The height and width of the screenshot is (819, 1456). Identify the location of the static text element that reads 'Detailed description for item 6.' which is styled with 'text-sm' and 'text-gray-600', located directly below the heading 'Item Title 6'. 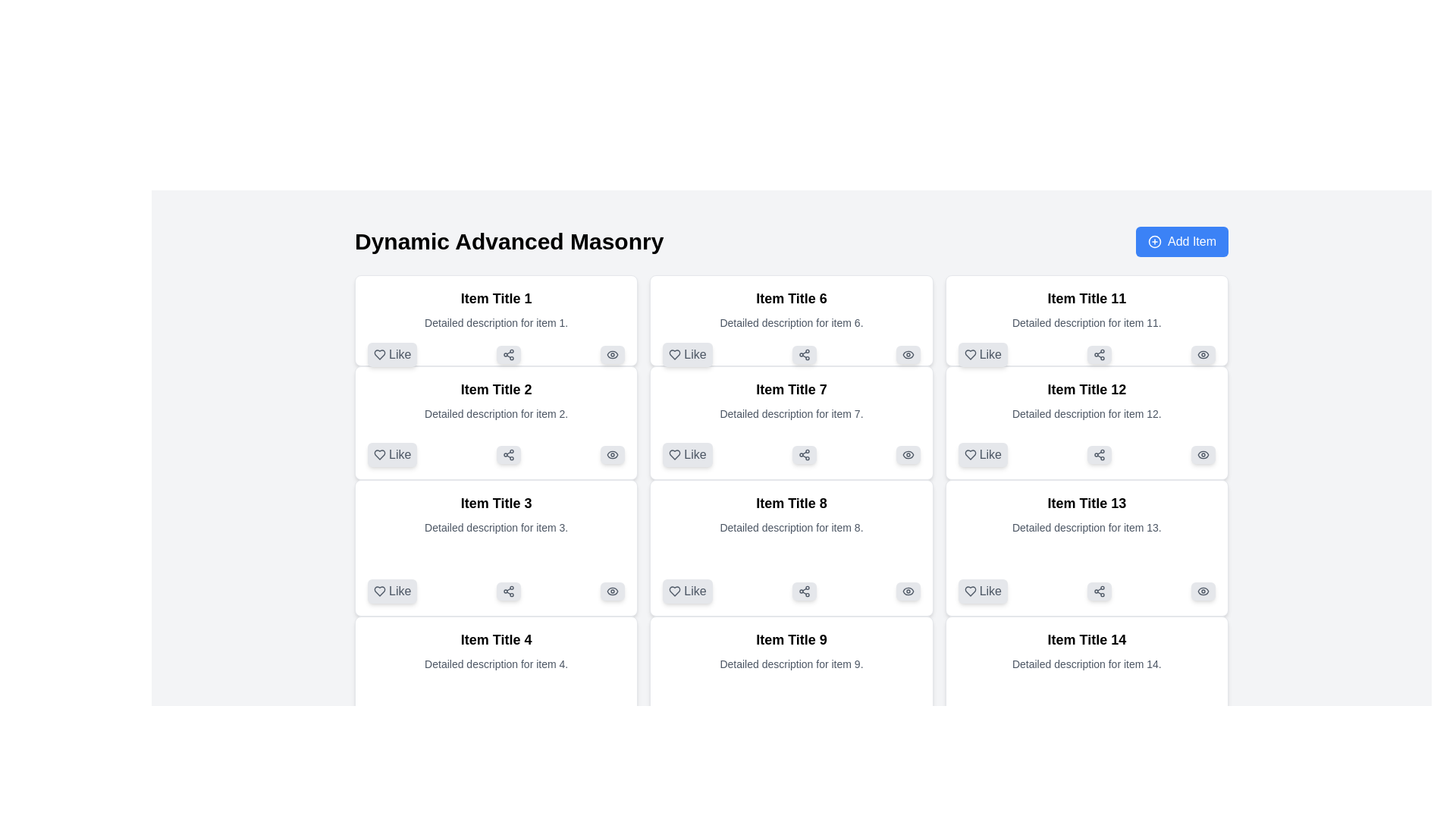
(790, 322).